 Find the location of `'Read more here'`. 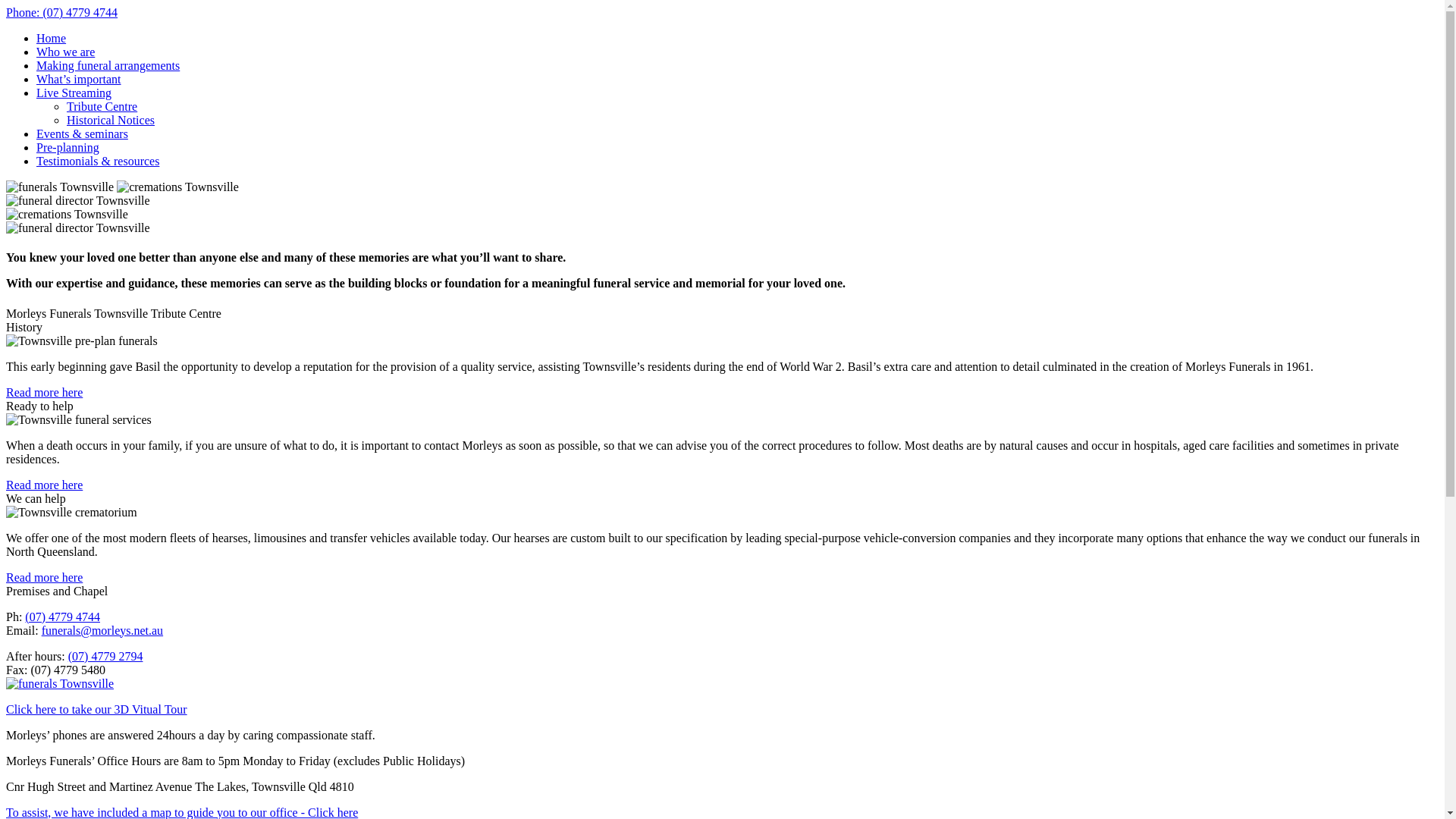

'Read more here' is located at coordinates (6, 391).